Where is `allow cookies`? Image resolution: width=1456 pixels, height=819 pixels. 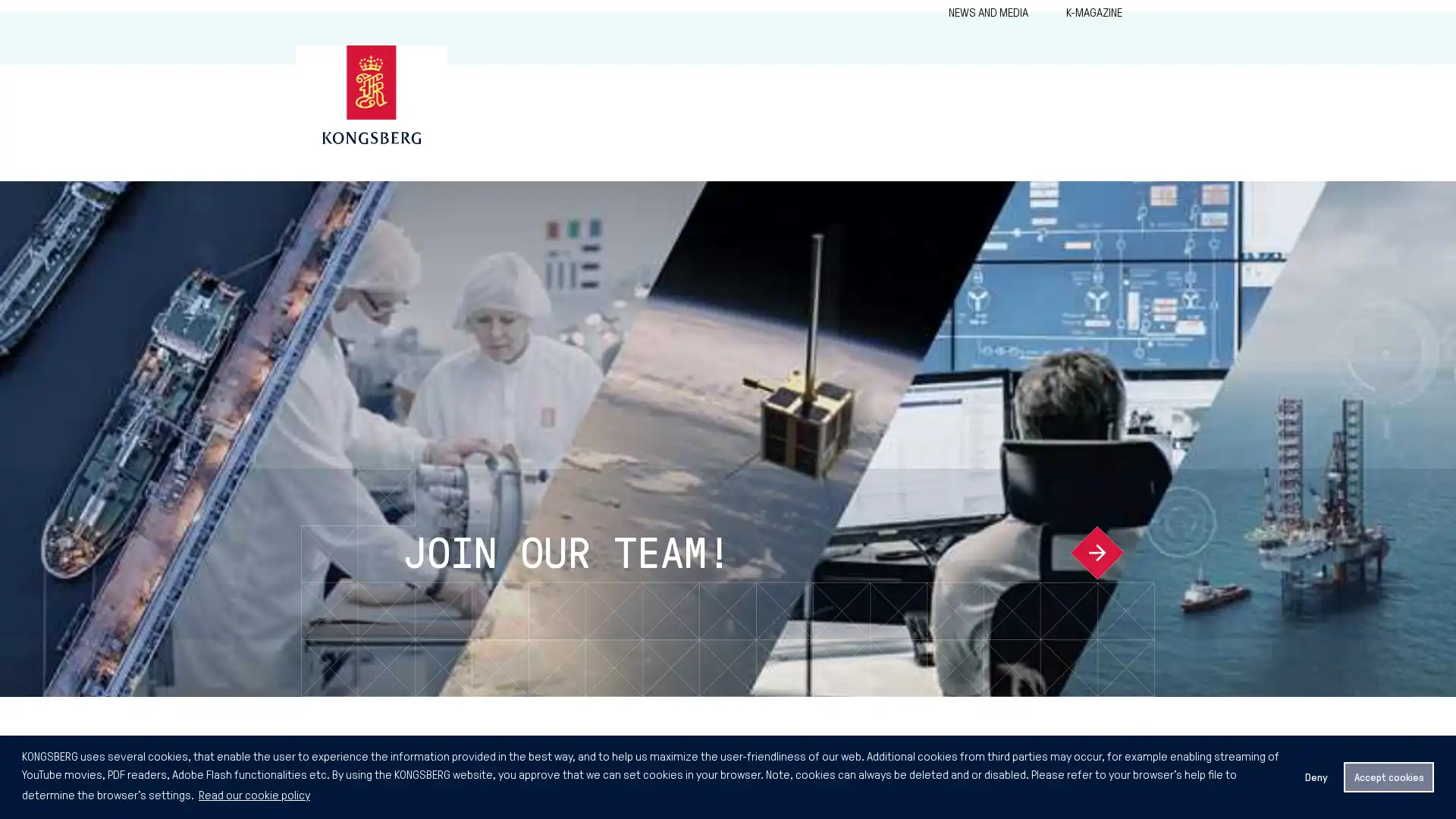
allow cookies is located at coordinates (1389, 777).